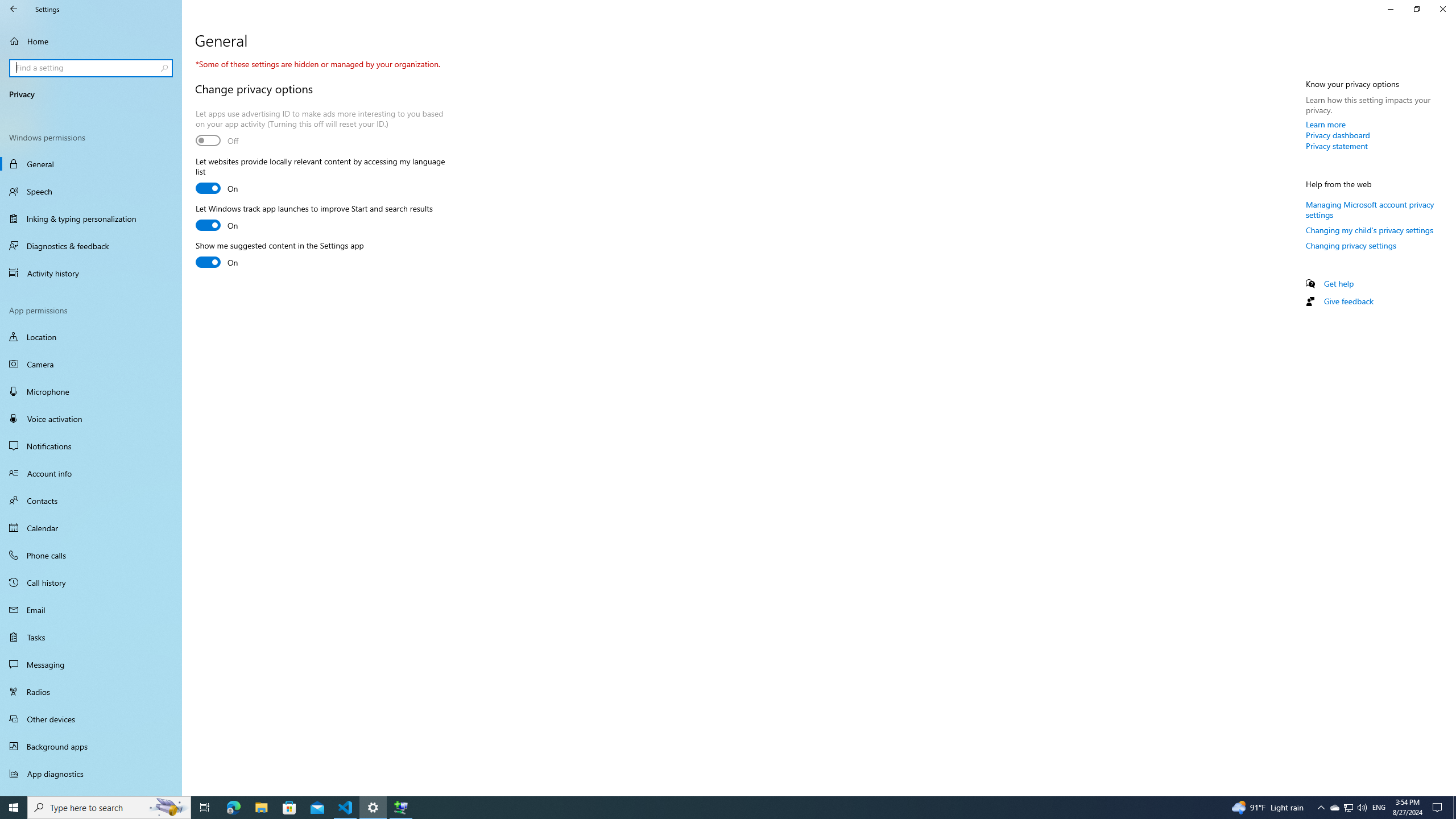 The height and width of the screenshot is (819, 1456). What do you see at coordinates (90, 636) in the screenshot?
I see `'Tasks'` at bounding box center [90, 636].